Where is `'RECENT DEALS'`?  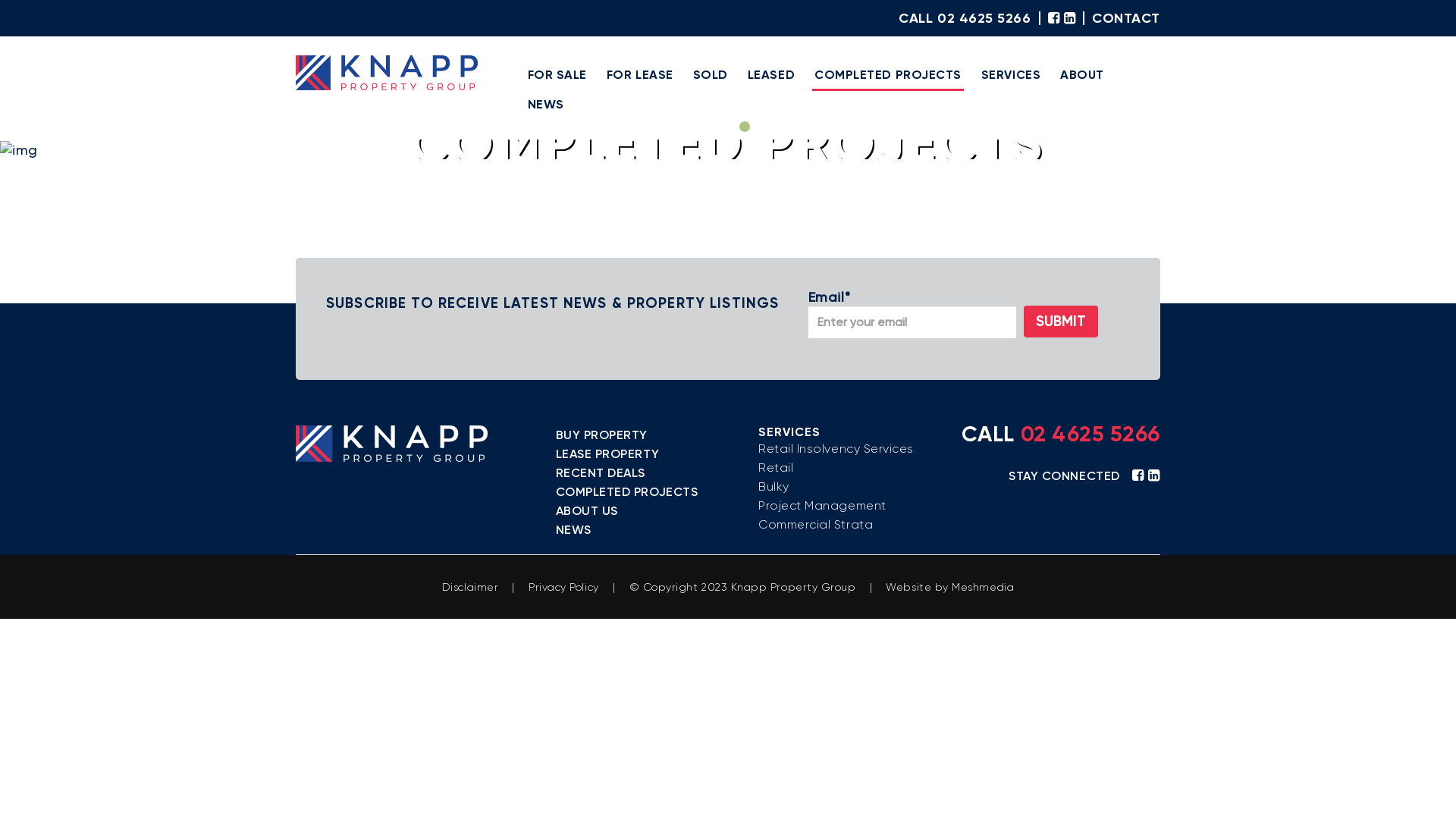 'RECENT DEALS' is located at coordinates (599, 472).